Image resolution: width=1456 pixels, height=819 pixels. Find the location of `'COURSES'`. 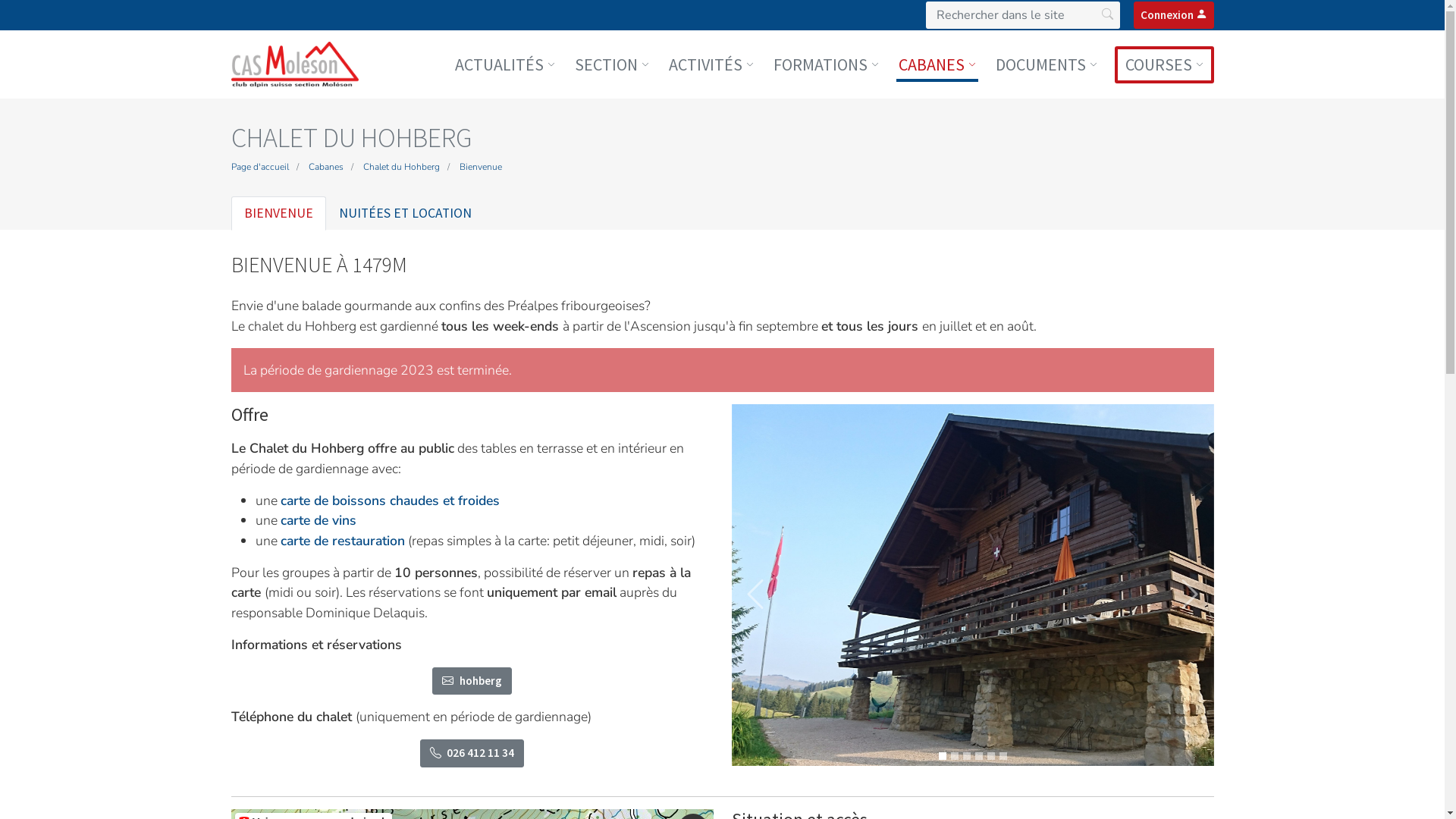

'COURSES' is located at coordinates (1163, 63).